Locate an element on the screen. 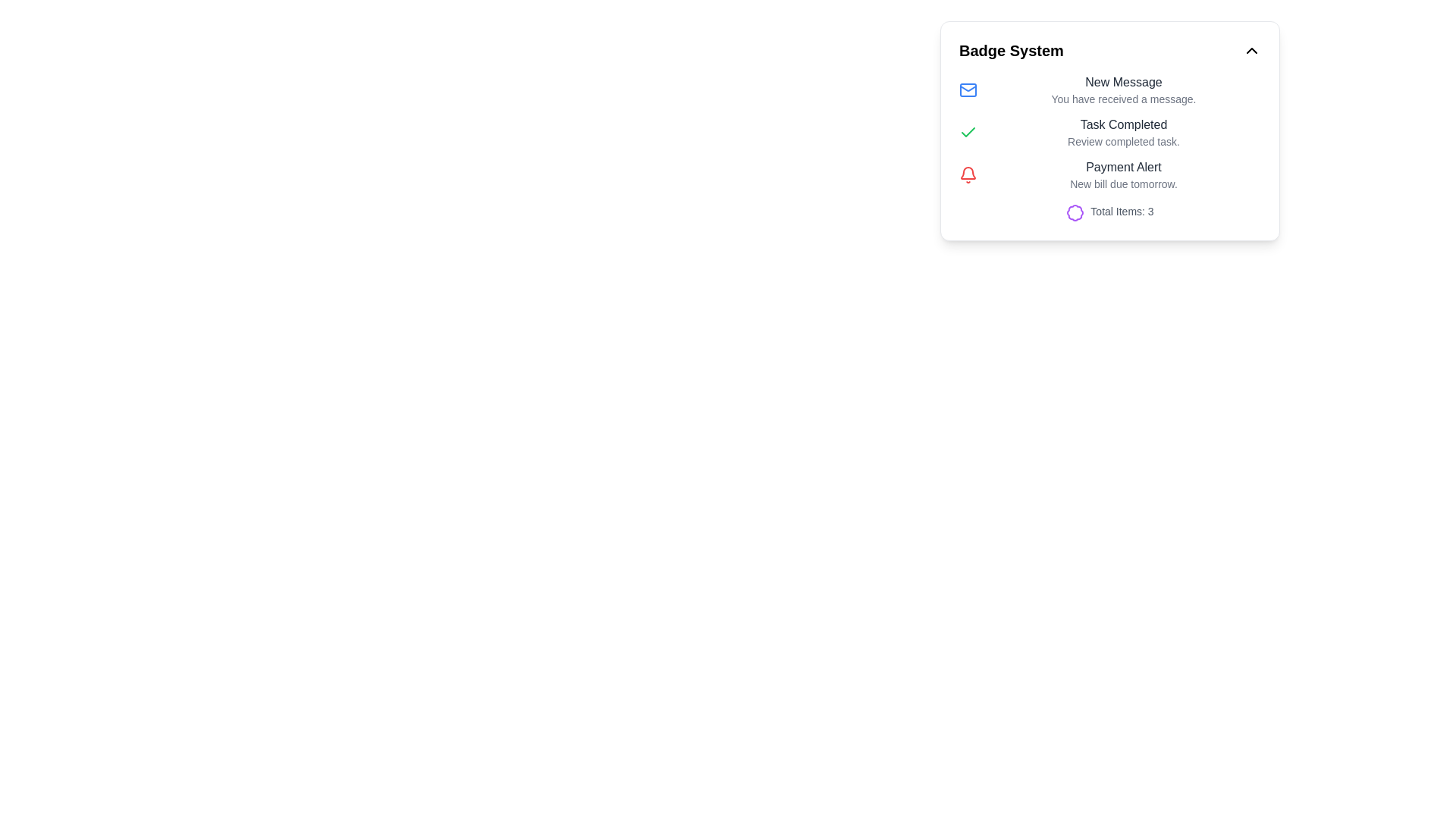 The image size is (1456, 819). the text label stating 'You have received a message.' which is positioned below the bold heading 'New Message' in the 'Badge System' module is located at coordinates (1124, 99).